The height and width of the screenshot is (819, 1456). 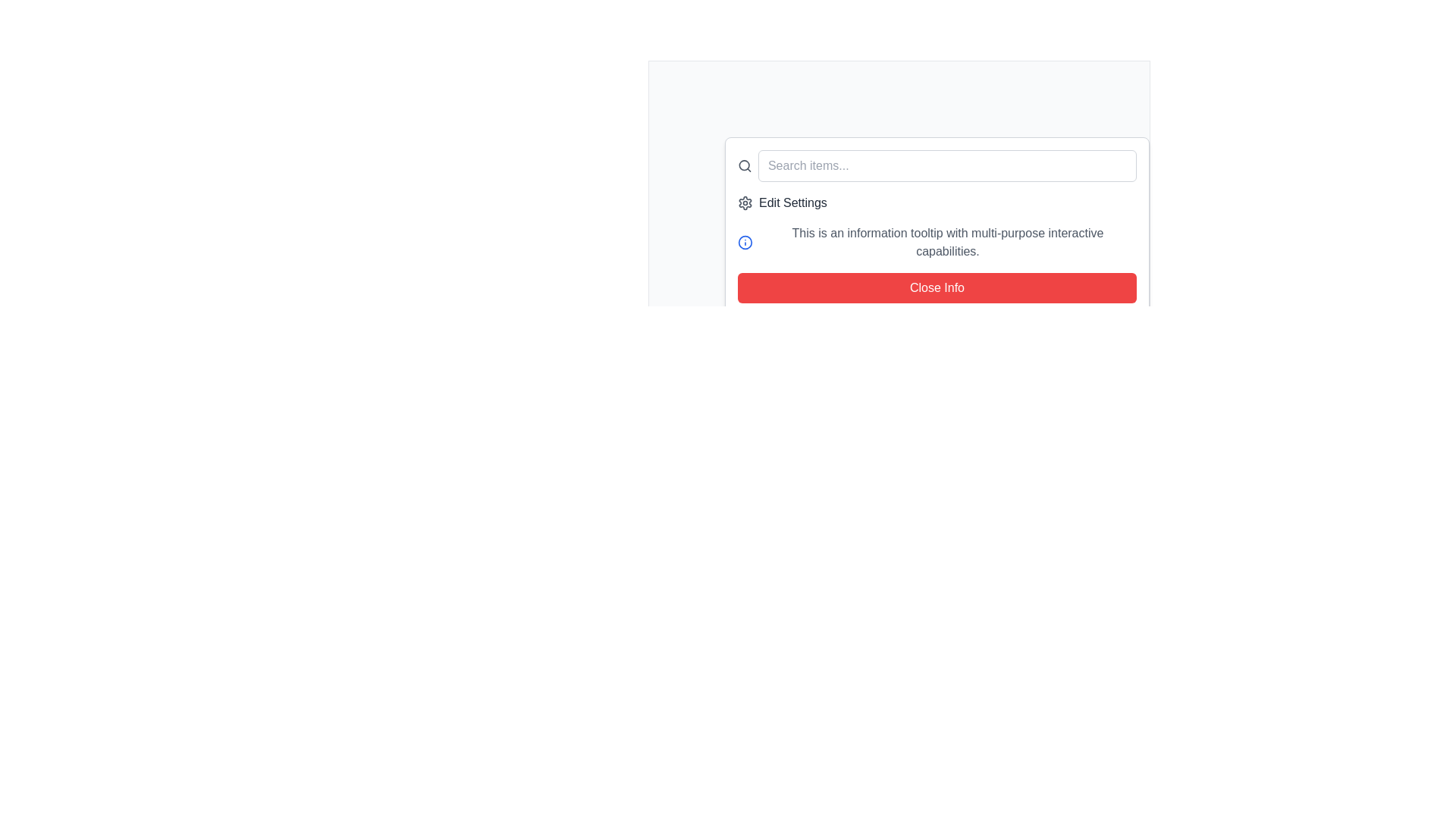 What do you see at coordinates (745, 202) in the screenshot?
I see `the gear cog icon, which is gray and located to the left of the 'Edit Settings' text` at bounding box center [745, 202].